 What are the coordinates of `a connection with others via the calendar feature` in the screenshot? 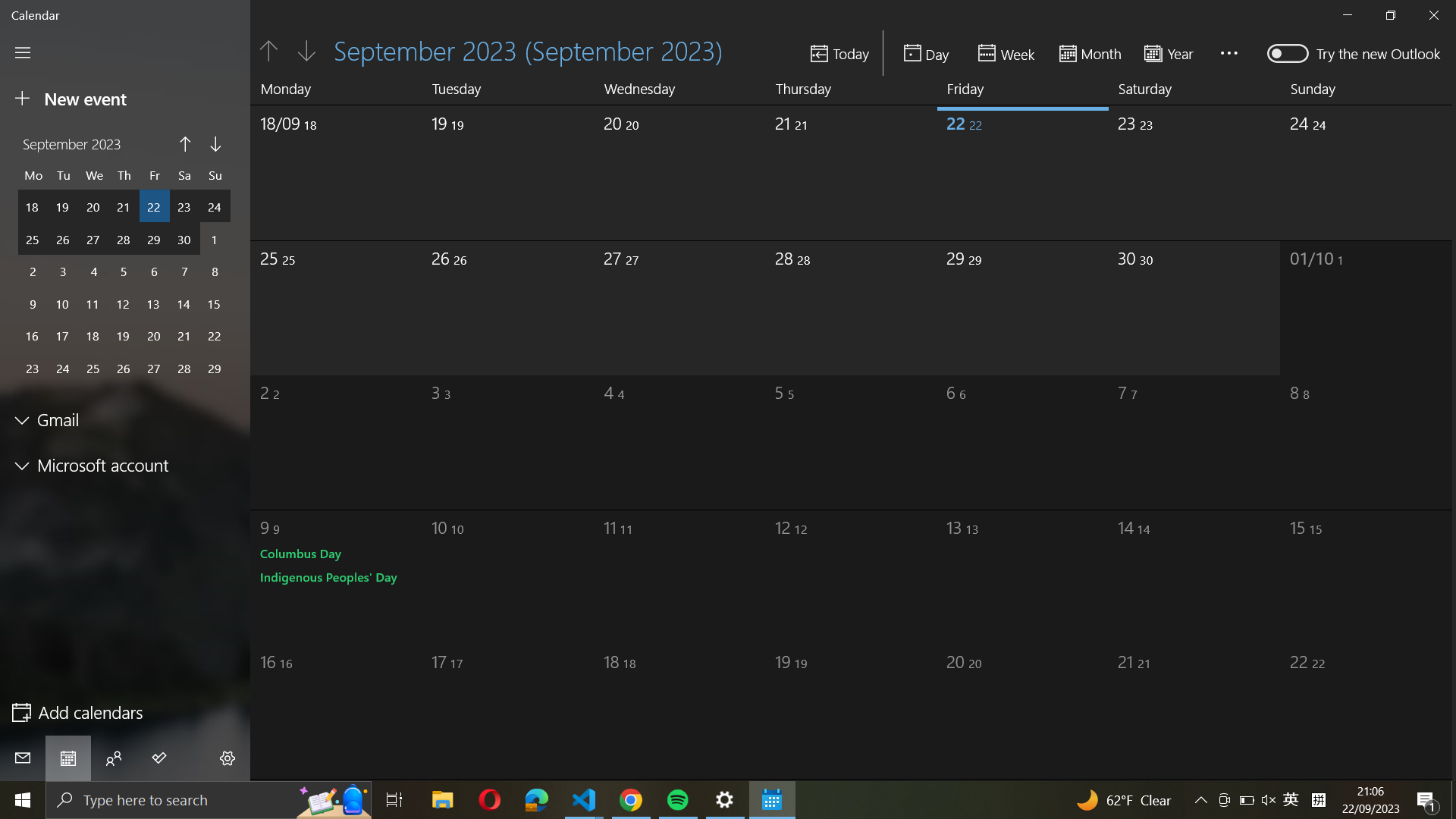 It's located at (113, 758).